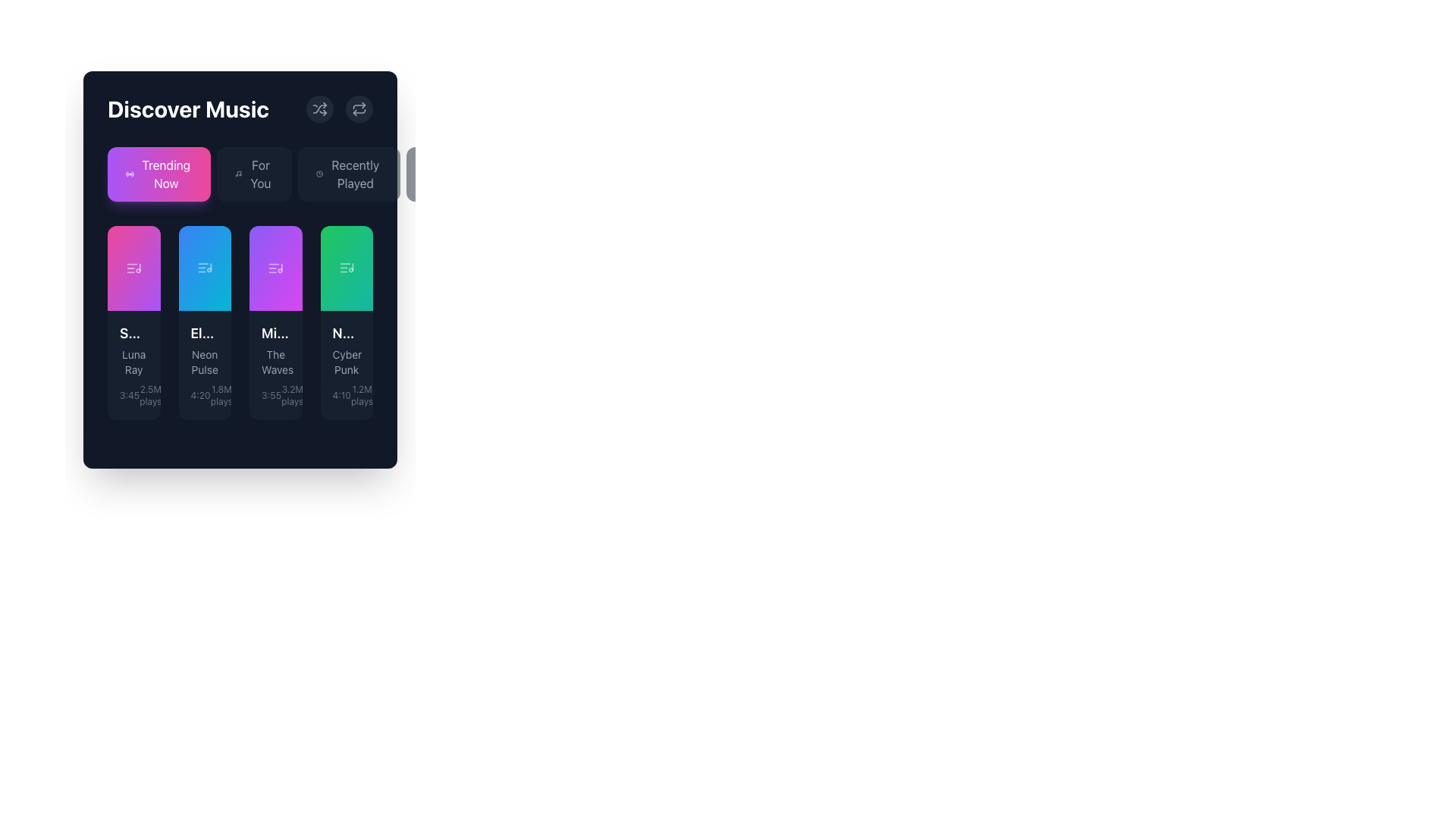  Describe the element at coordinates (319, 108) in the screenshot. I see `the shuffle icon located inside a rounded button near the top-right corner of the 'Discover Music' area, adjacent to a reload icon` at that location.